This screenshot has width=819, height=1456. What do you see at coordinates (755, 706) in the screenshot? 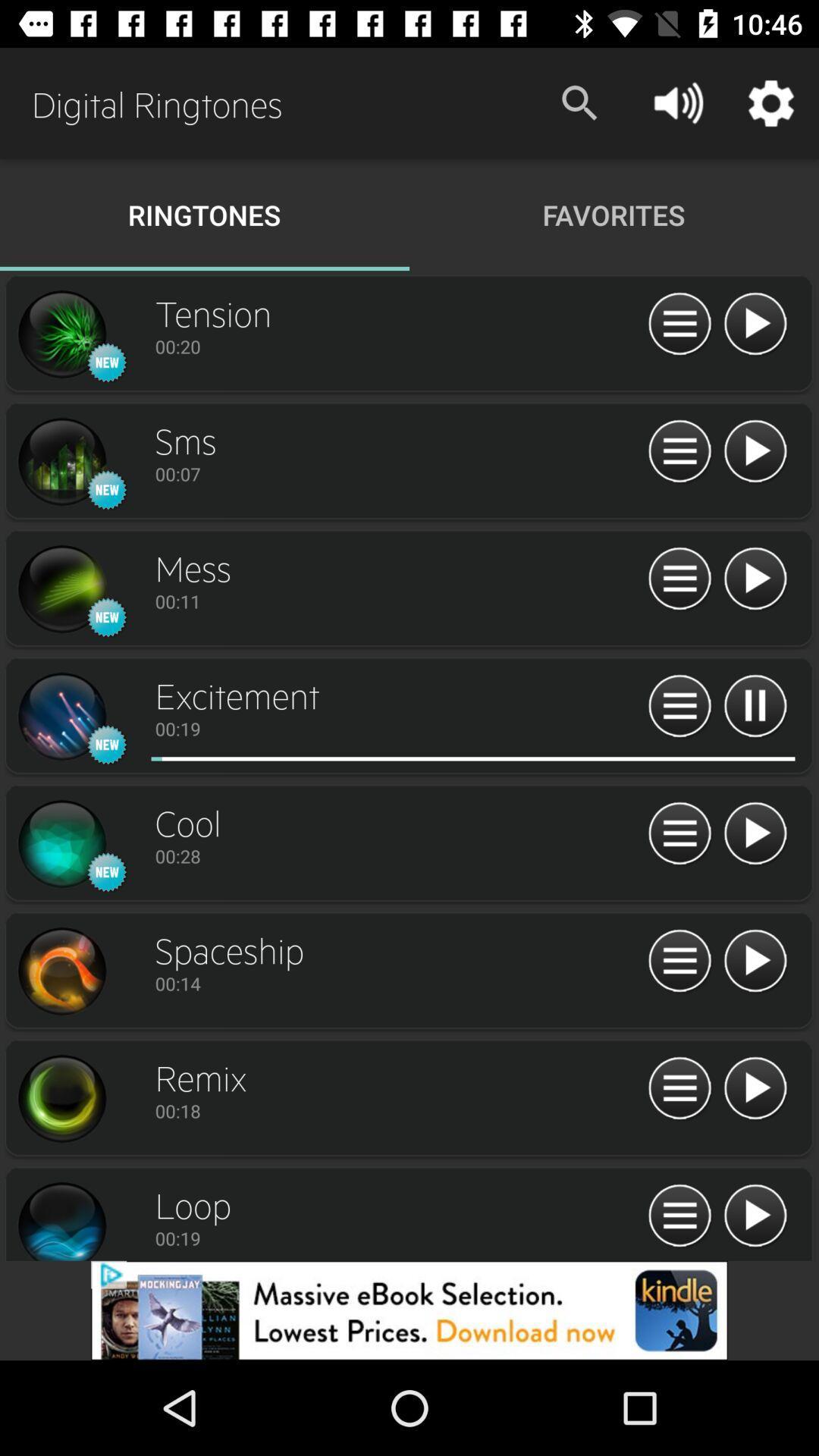
I see `music page` at bounding box center [755, 706].